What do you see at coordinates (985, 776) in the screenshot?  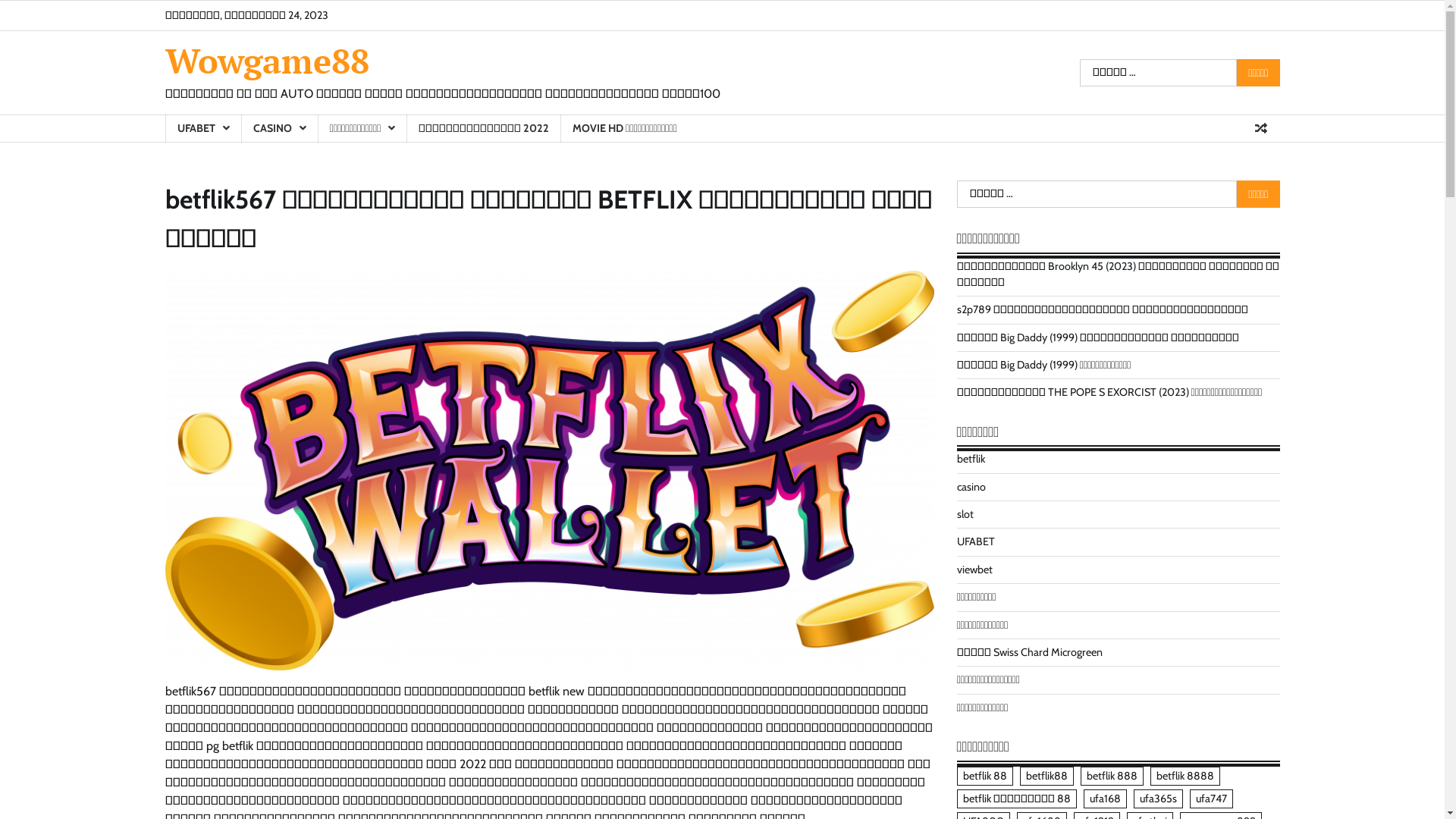 I see `'betflik 88'` at bounding box center [985, 776].